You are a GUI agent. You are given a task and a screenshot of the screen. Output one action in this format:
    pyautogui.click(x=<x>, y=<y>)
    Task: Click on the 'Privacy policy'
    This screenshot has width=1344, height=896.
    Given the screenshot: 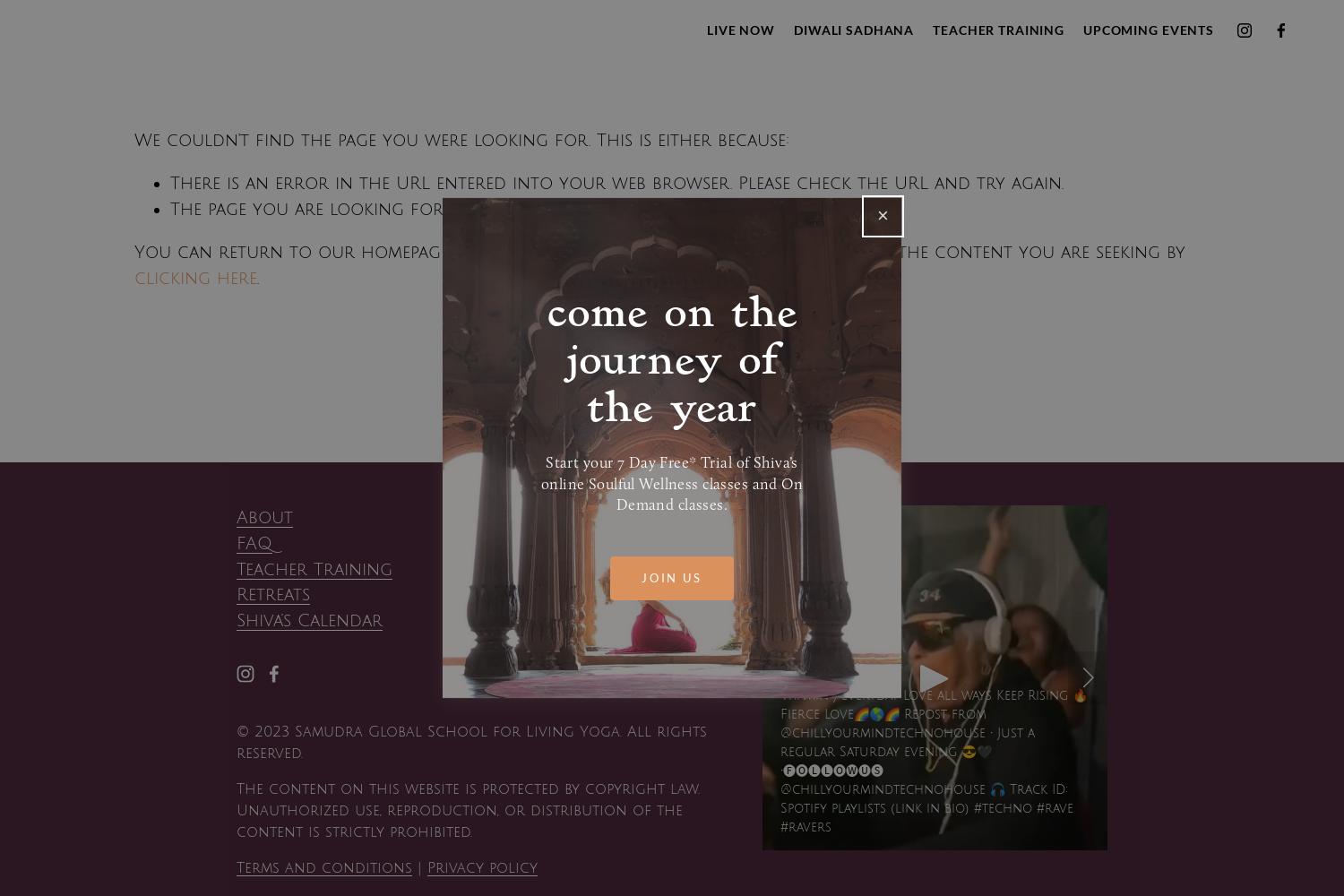 What is the action you would take?
    pyautogui.click(x=482, y=866)
    